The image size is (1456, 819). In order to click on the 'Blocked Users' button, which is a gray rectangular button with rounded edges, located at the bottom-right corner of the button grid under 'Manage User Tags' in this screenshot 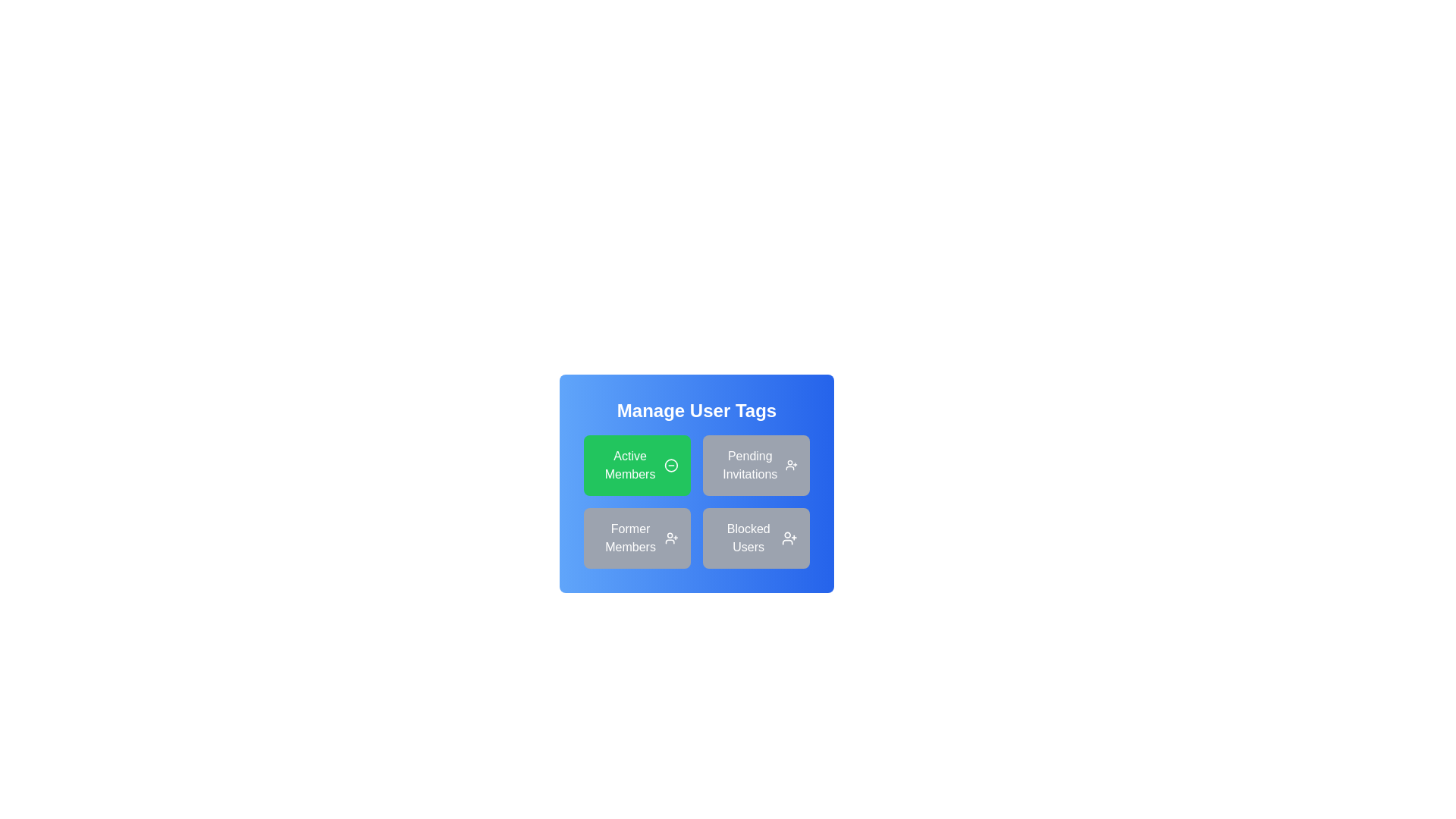, I will do `click(756, 537)`.